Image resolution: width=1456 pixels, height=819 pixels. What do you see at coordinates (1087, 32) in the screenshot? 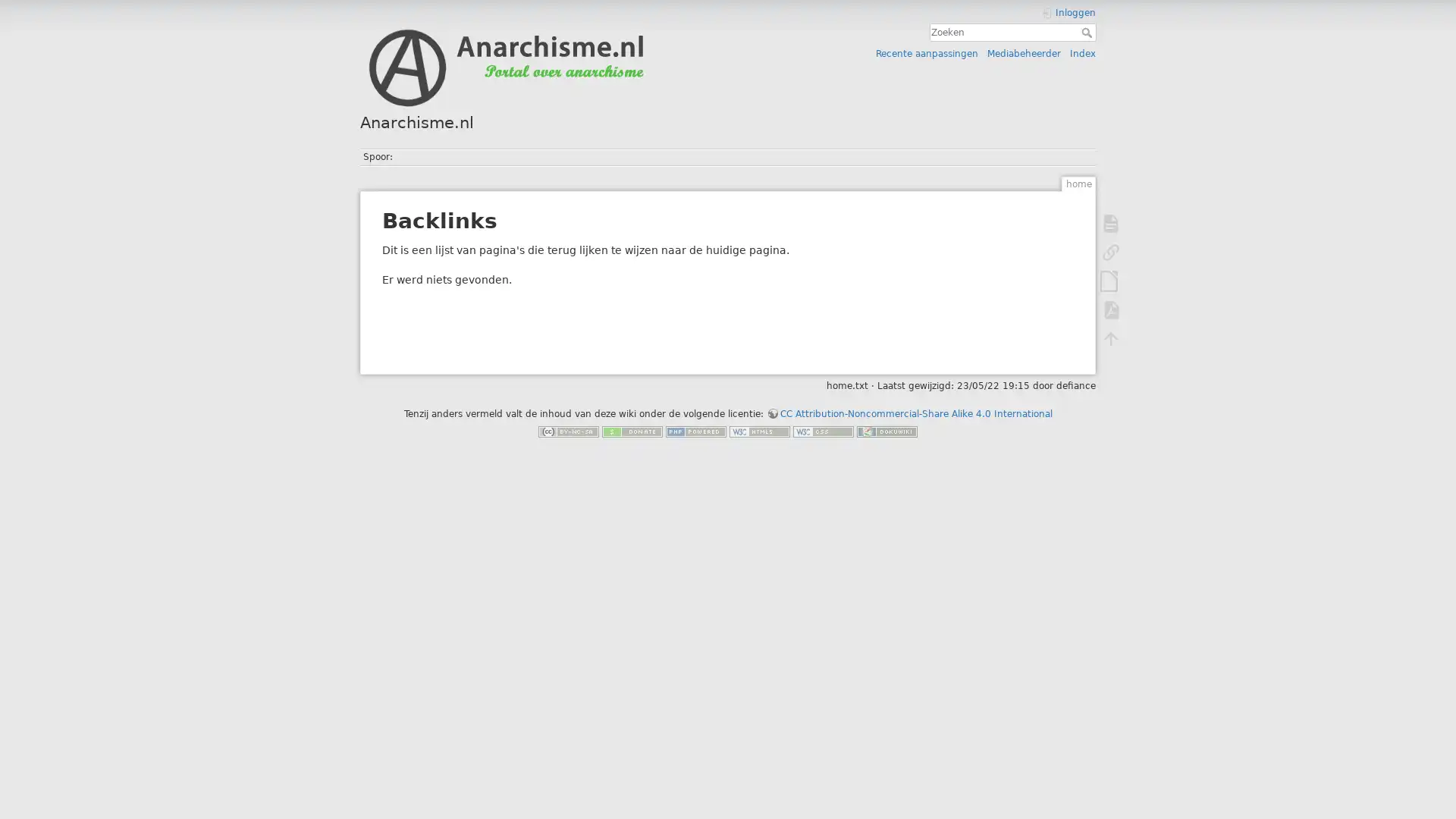
I see `Zoeken` at bounding box center [1087, 32].